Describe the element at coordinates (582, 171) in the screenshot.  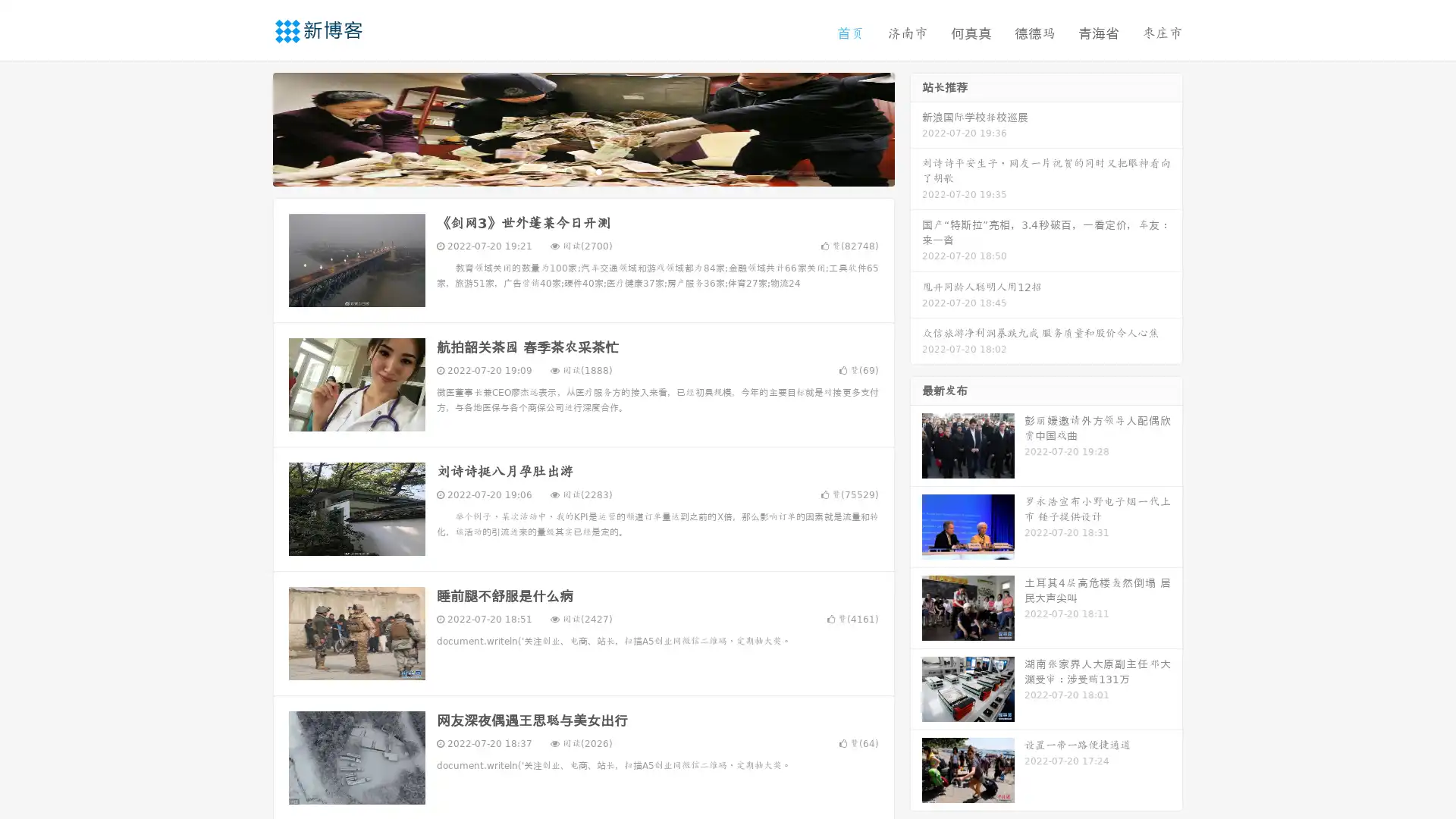
I see `Go to slide 2` at that location.